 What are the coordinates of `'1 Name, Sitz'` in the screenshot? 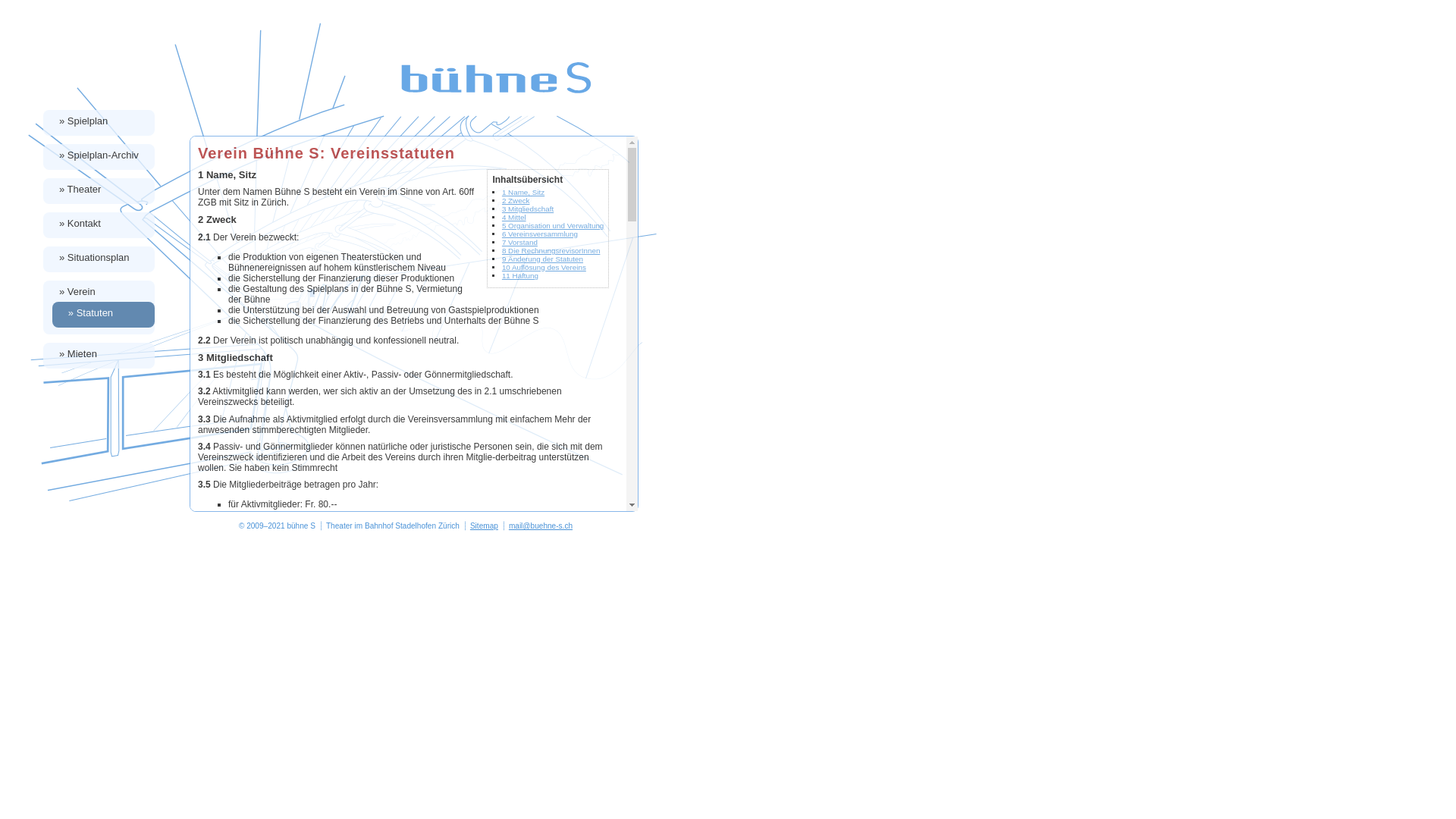 It's located at (523, 191).